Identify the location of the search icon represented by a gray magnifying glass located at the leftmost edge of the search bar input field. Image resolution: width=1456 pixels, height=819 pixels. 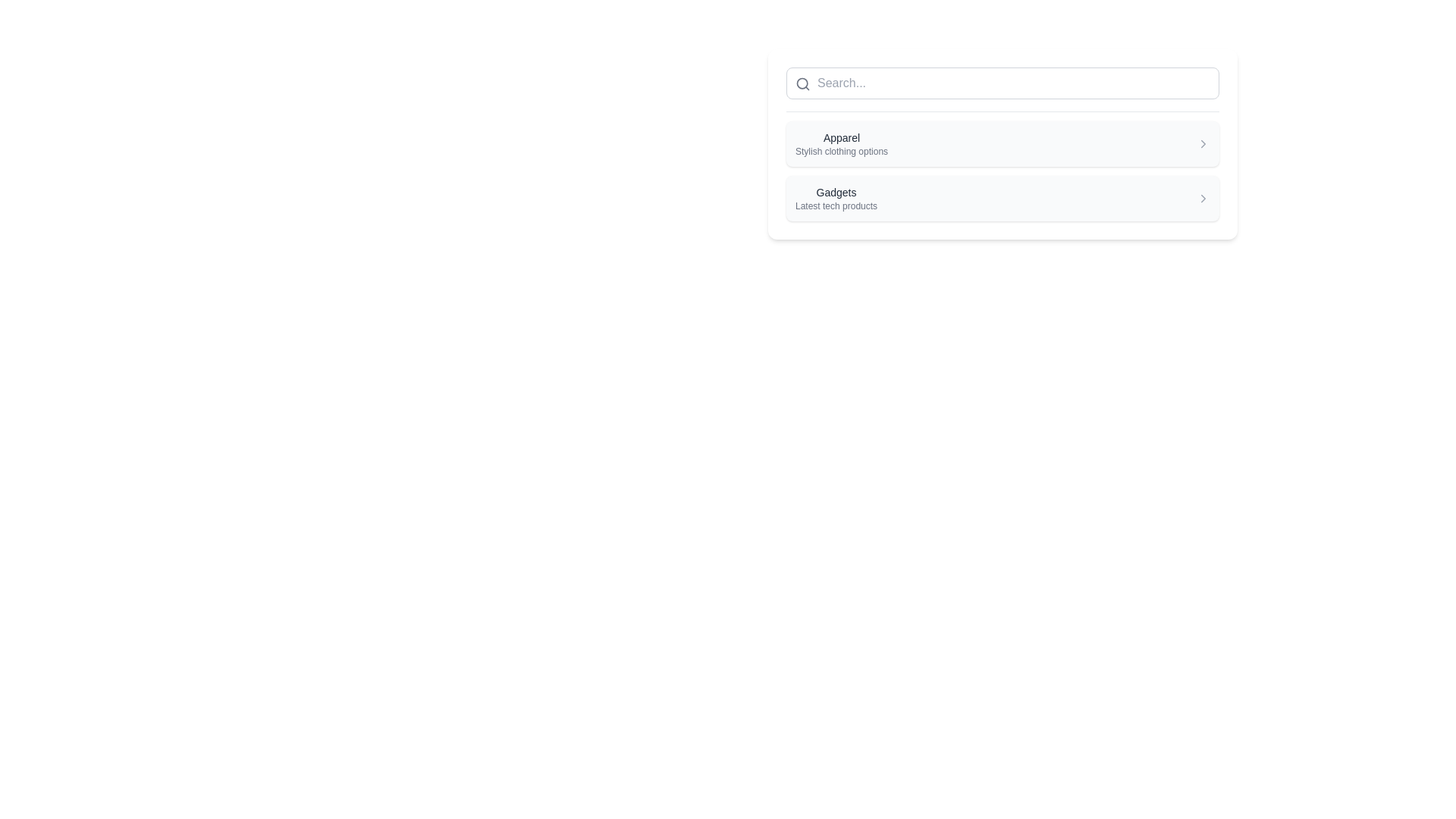
(802, 84).